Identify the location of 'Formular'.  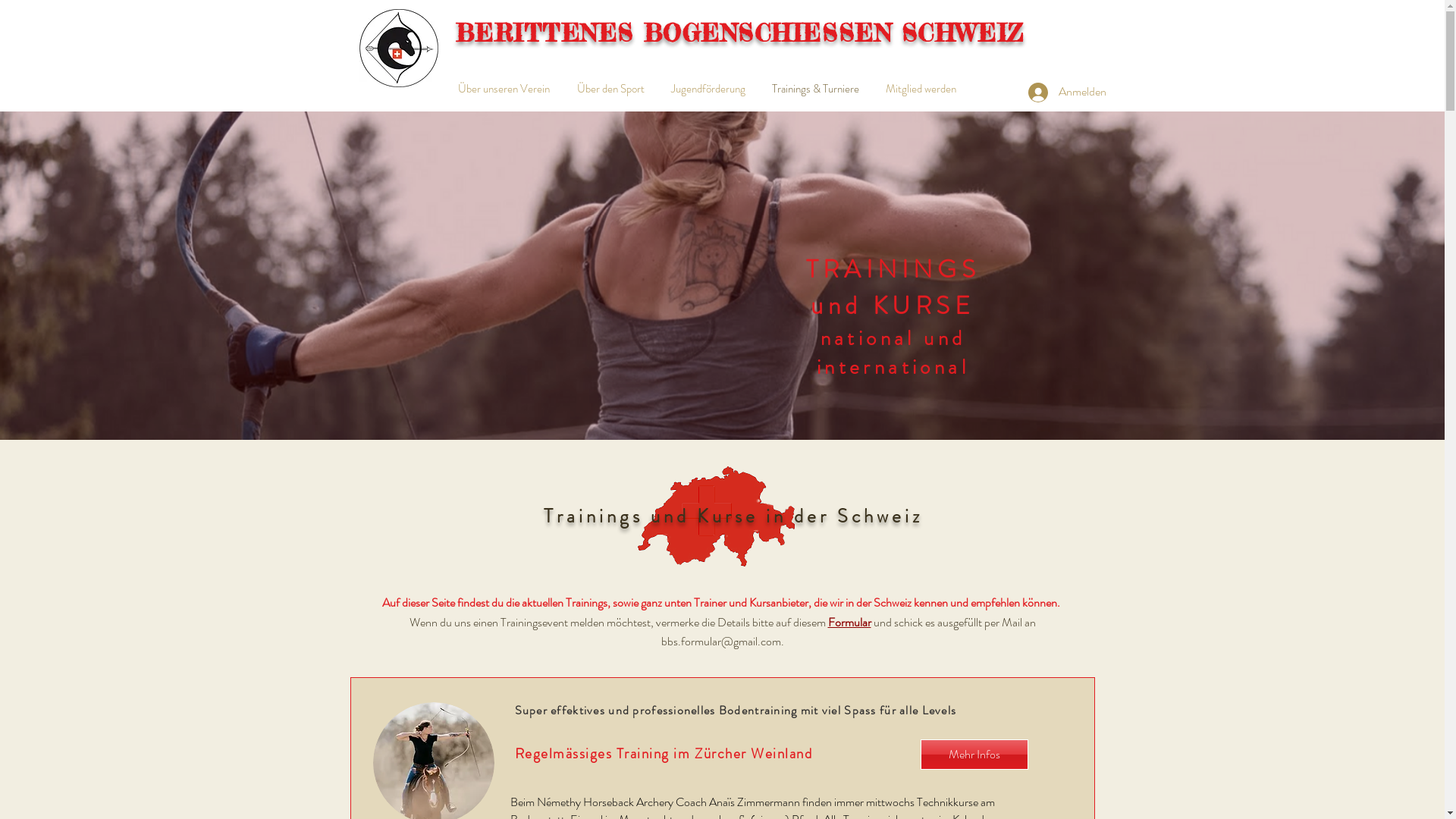
(849, 622).